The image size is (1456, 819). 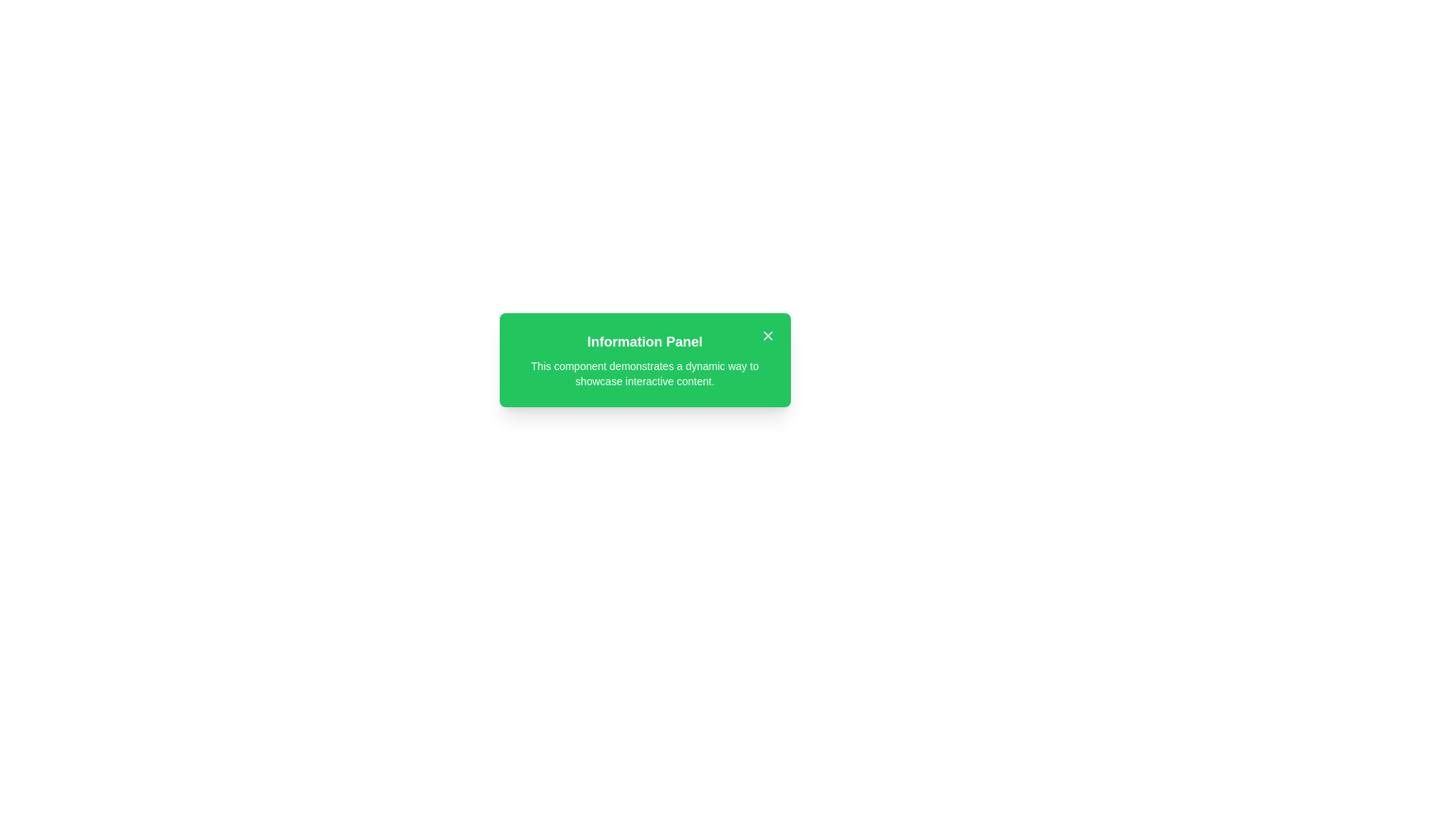 I want to click on the text header positioned at the top-center of a green panel, which serves as a title for the content displayed below, so click(x=645, y=342).